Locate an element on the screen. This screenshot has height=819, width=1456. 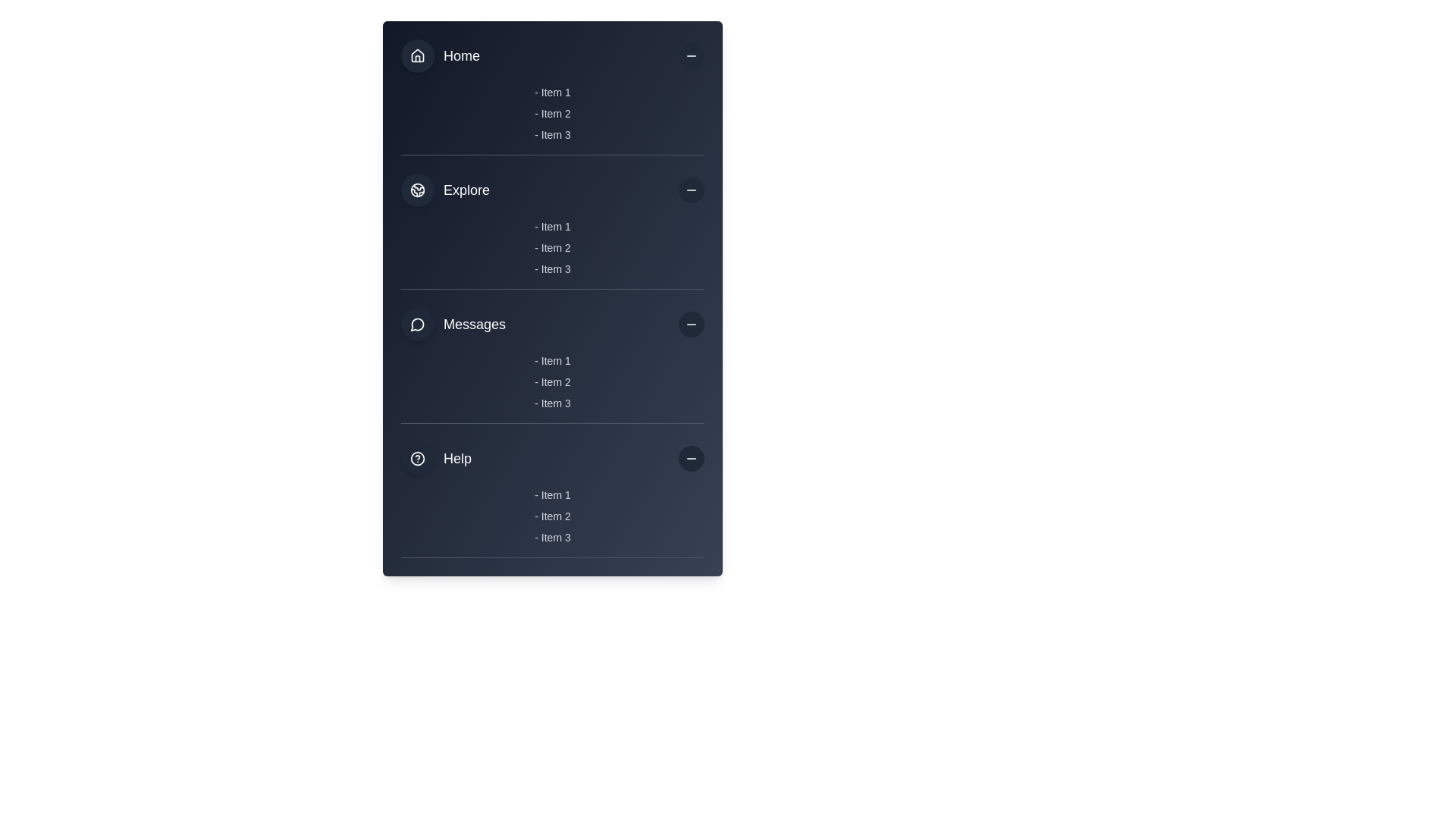
the minus symbol button in the Home section of the sidebar is located at coordinates (691, 55).